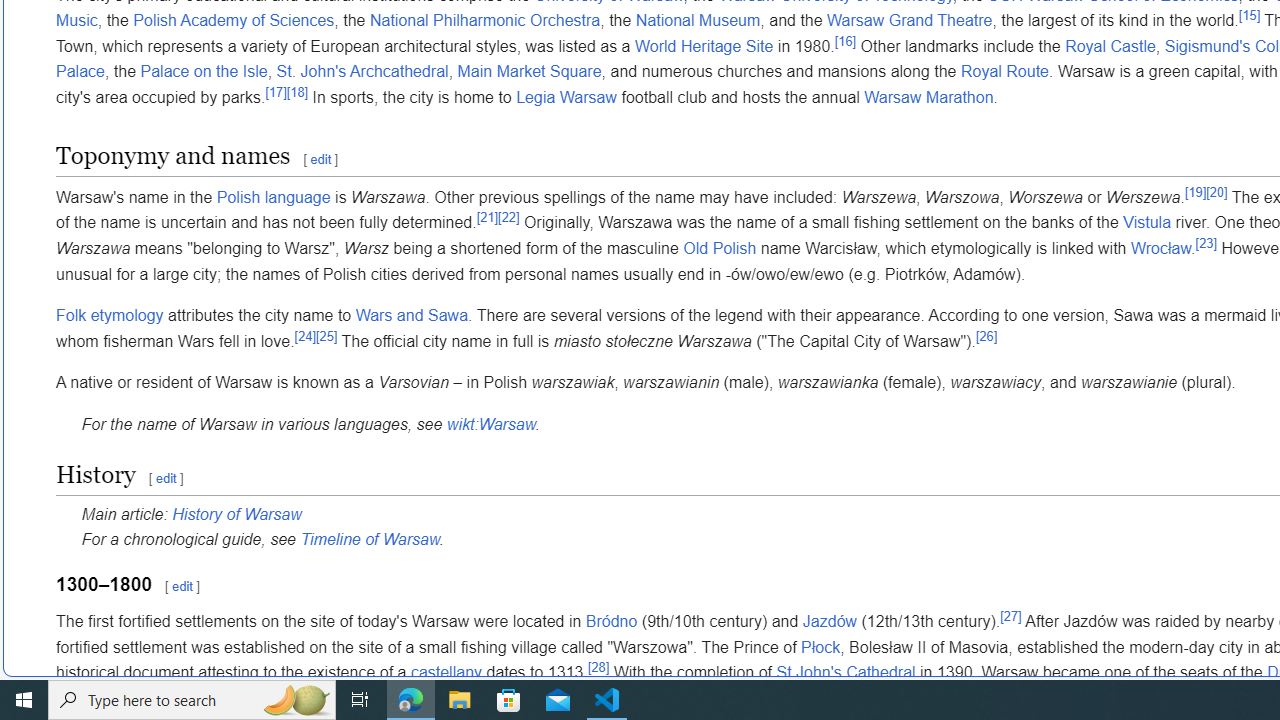 Image resolution: width=1280 pixels, height=720 pixels. What do you see at coordinates (529, 71) in the screenshot?
I see `'Main Market Square'` at bounding box center [529, 71].